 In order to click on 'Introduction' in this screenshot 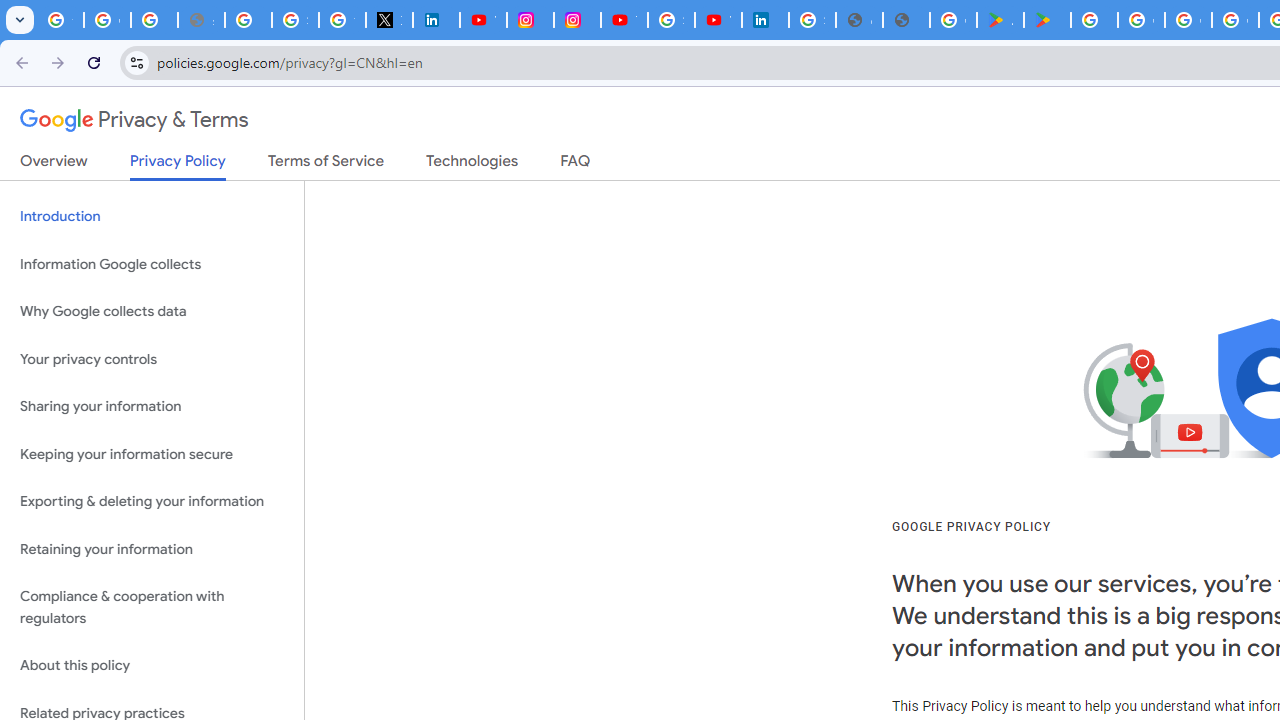, I will do `click(151, 217)`.